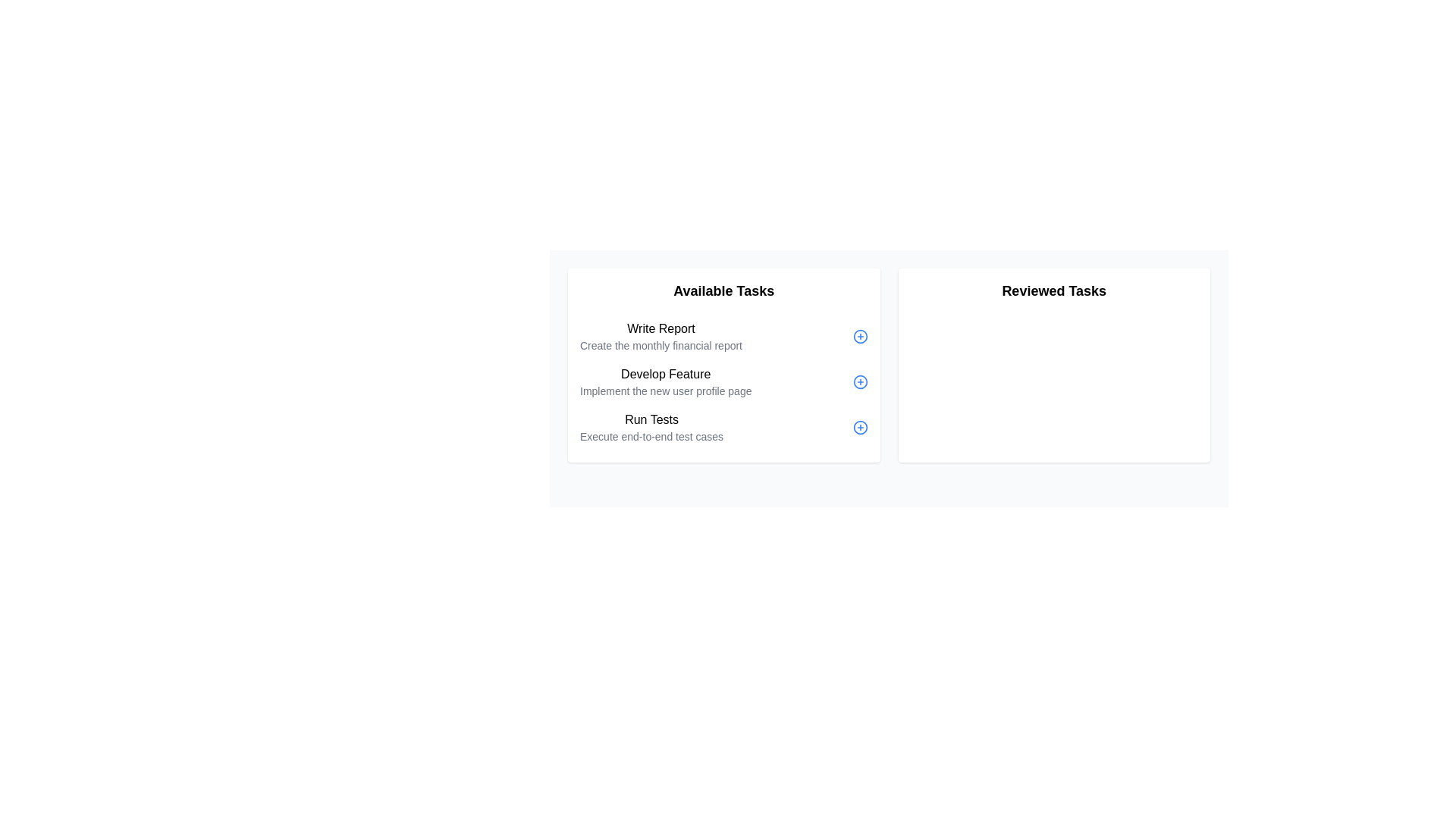 This screenshot has width=1456, height=819. Describe the element at coordinates (651, 427) in the screenshot. I see `the 'Run Tests' text block with the description 'Execute end-to-end test cases'` at that location.